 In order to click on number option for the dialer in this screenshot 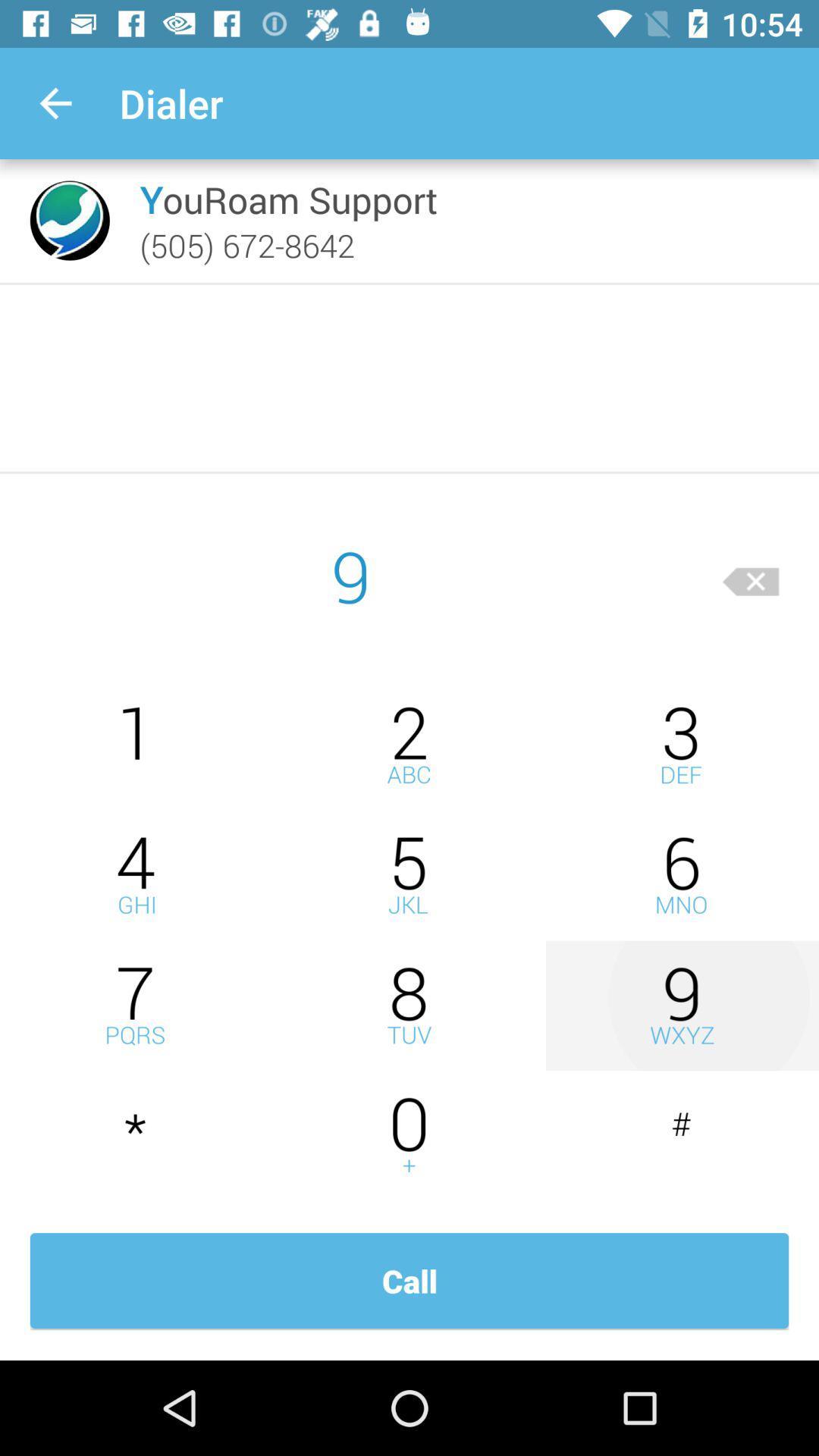, I will do `click(136, 745)`.